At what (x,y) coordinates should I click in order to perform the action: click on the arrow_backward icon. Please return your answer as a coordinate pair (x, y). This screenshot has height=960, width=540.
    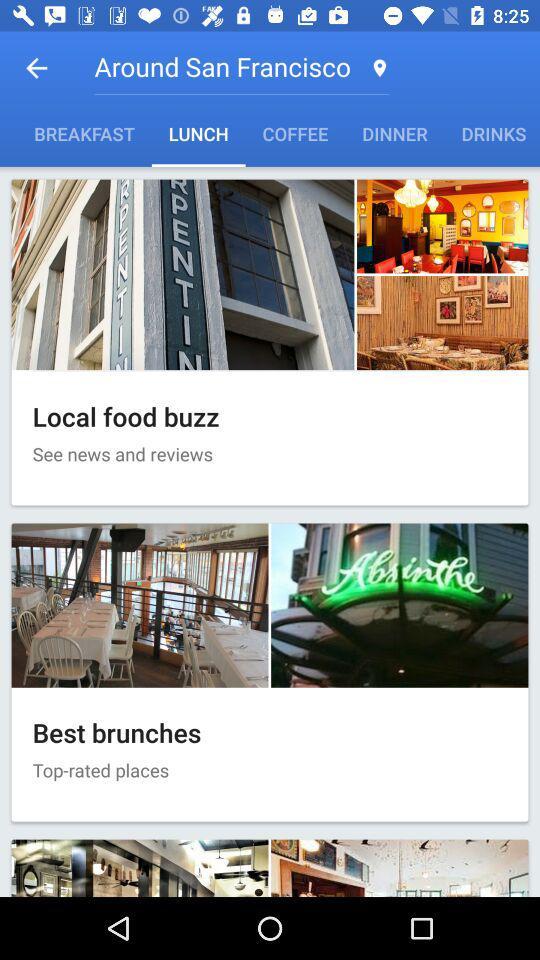
    Looking at the image, I should click on (36, 68).